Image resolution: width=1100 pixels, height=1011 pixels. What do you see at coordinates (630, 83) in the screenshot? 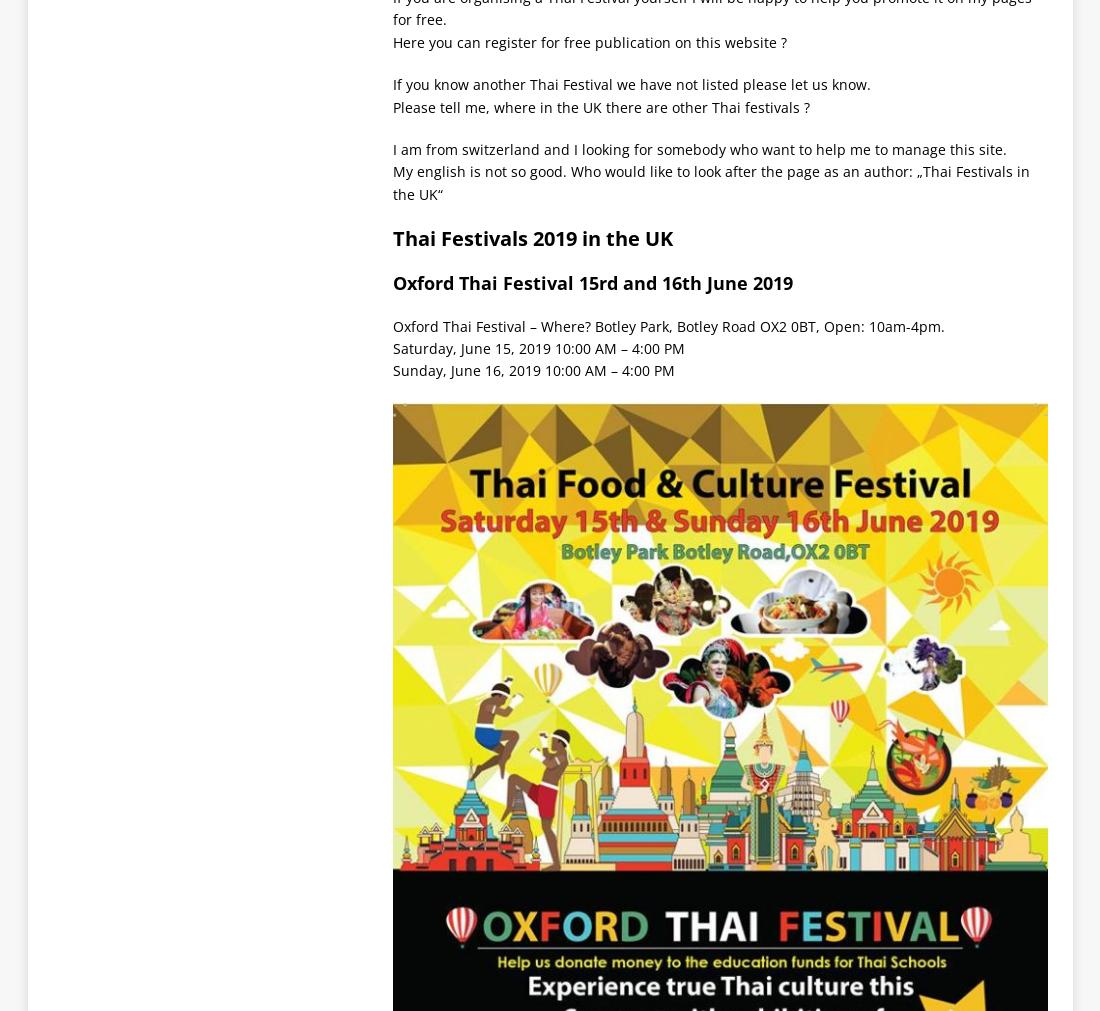
I see `'If you know another Thai Festival we have not listed please let us know.'` at bounding box center [630, 83].